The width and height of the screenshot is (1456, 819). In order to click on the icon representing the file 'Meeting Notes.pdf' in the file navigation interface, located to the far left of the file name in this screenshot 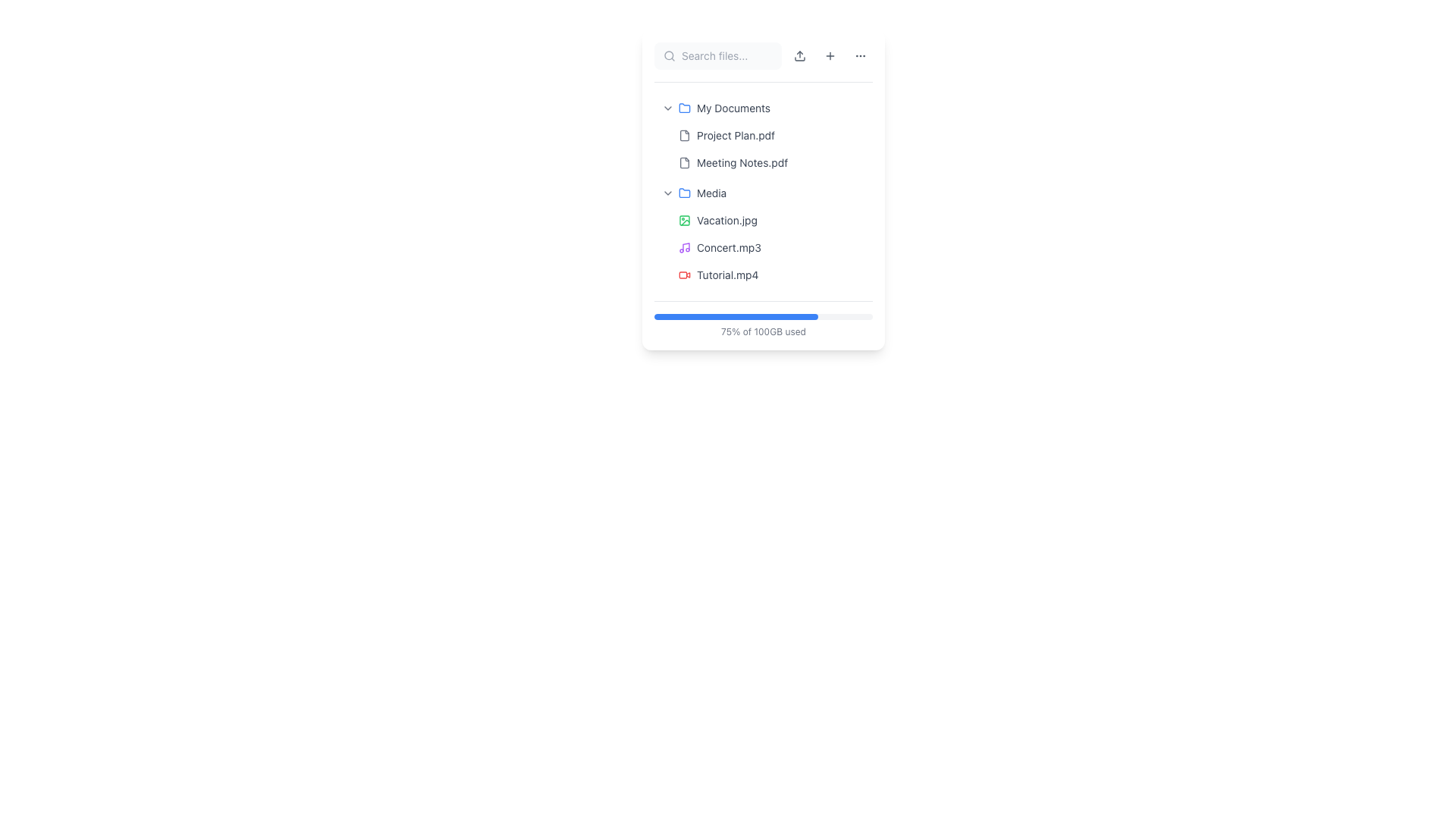, I will do `click(683, 163)`.